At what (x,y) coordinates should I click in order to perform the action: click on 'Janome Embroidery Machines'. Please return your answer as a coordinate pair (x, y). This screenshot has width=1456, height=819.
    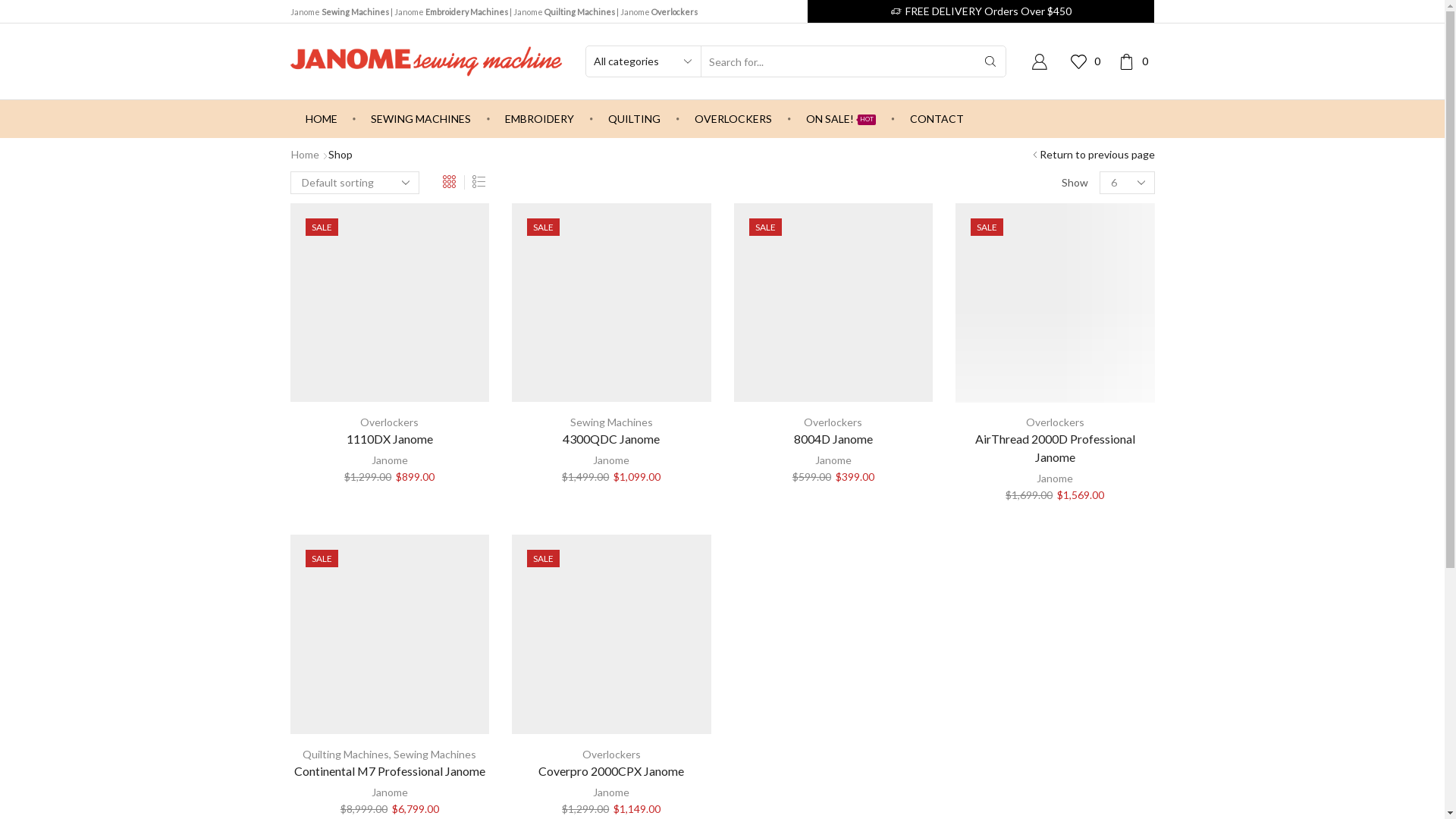
    Looking at the image, I should click on (450, 11).